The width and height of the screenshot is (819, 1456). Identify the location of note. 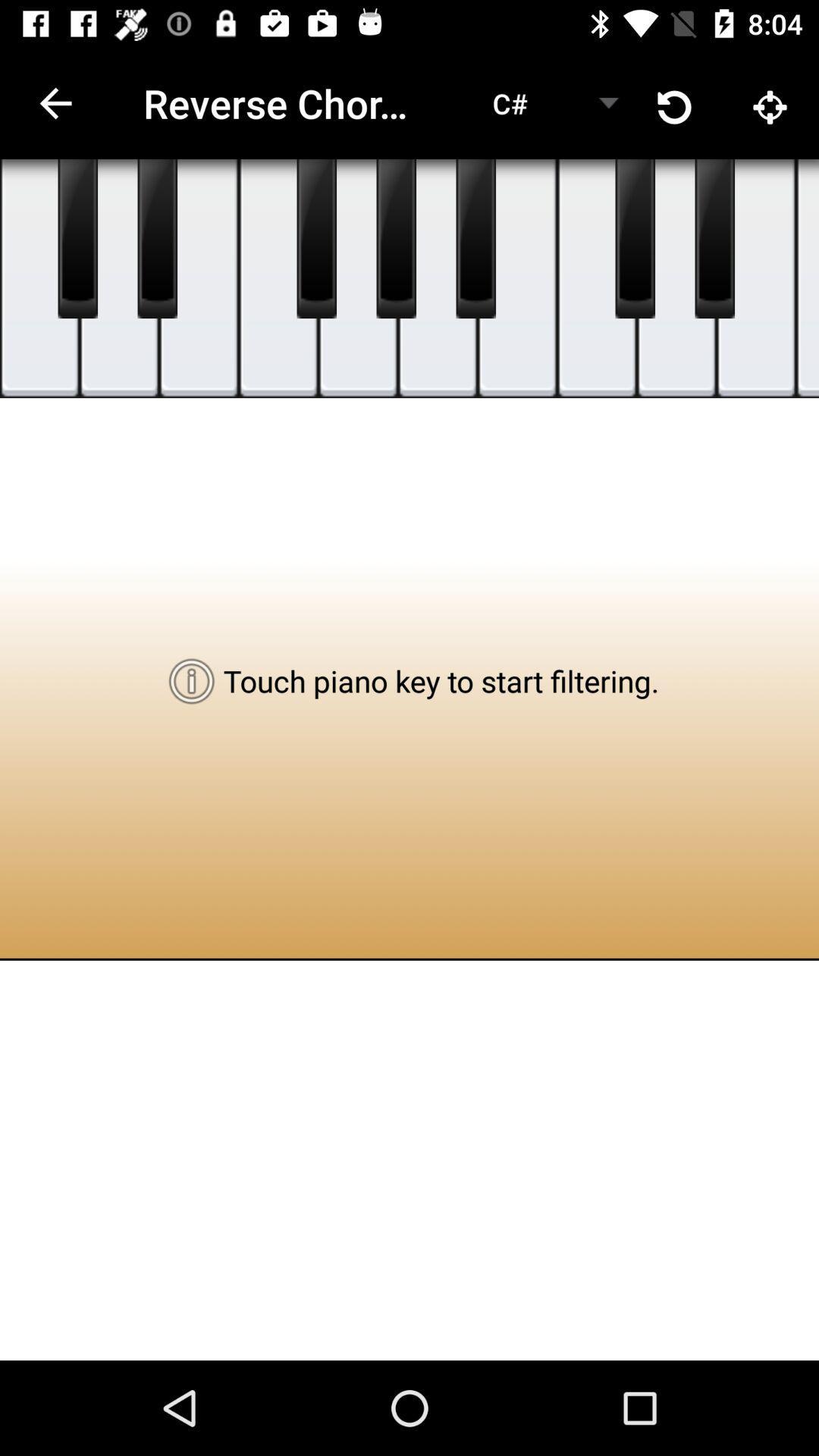
(438, 278).